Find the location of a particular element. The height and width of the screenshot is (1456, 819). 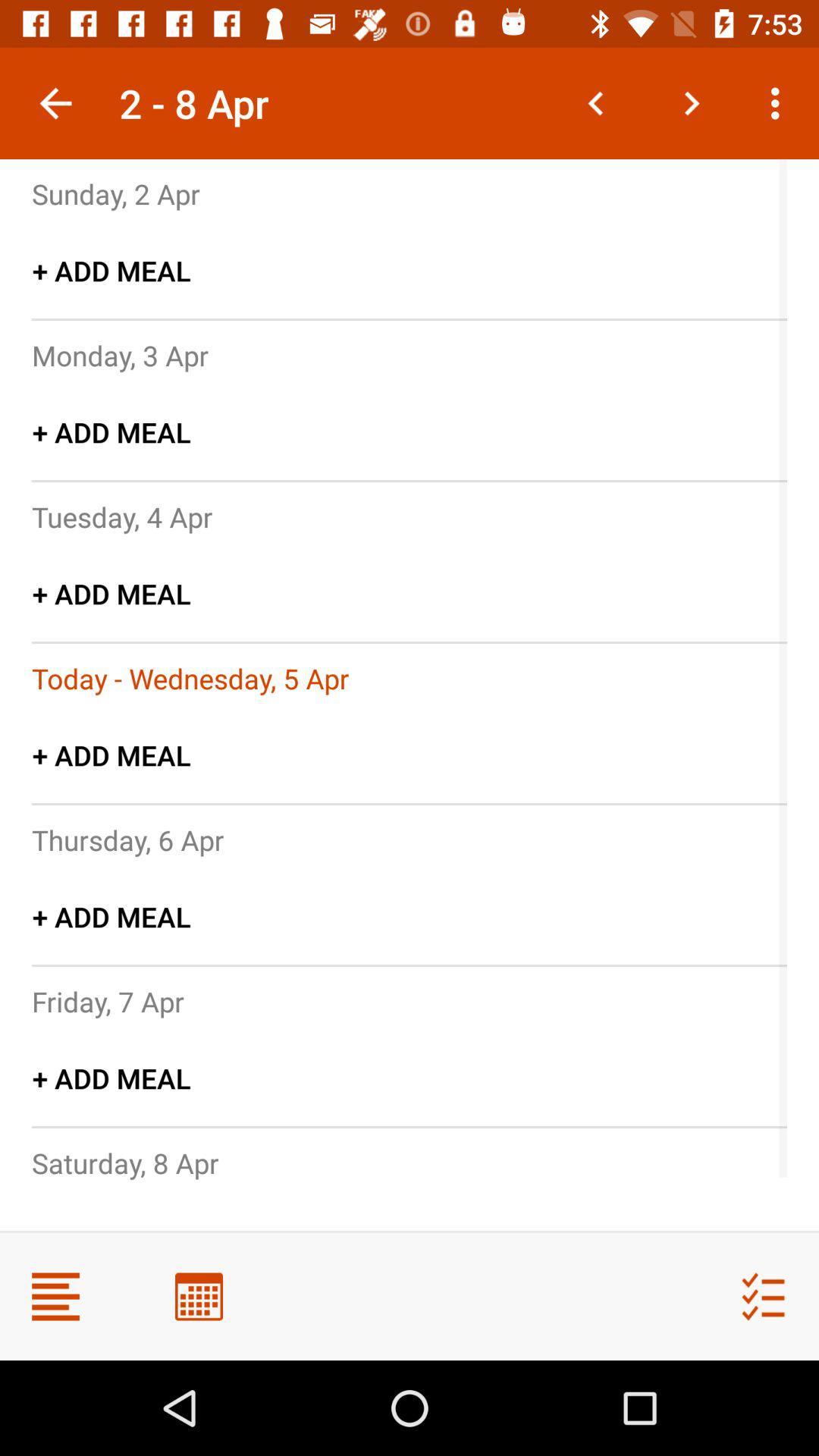

app next to the 2 - 8 apr icon is located at coordinates (55, 102).